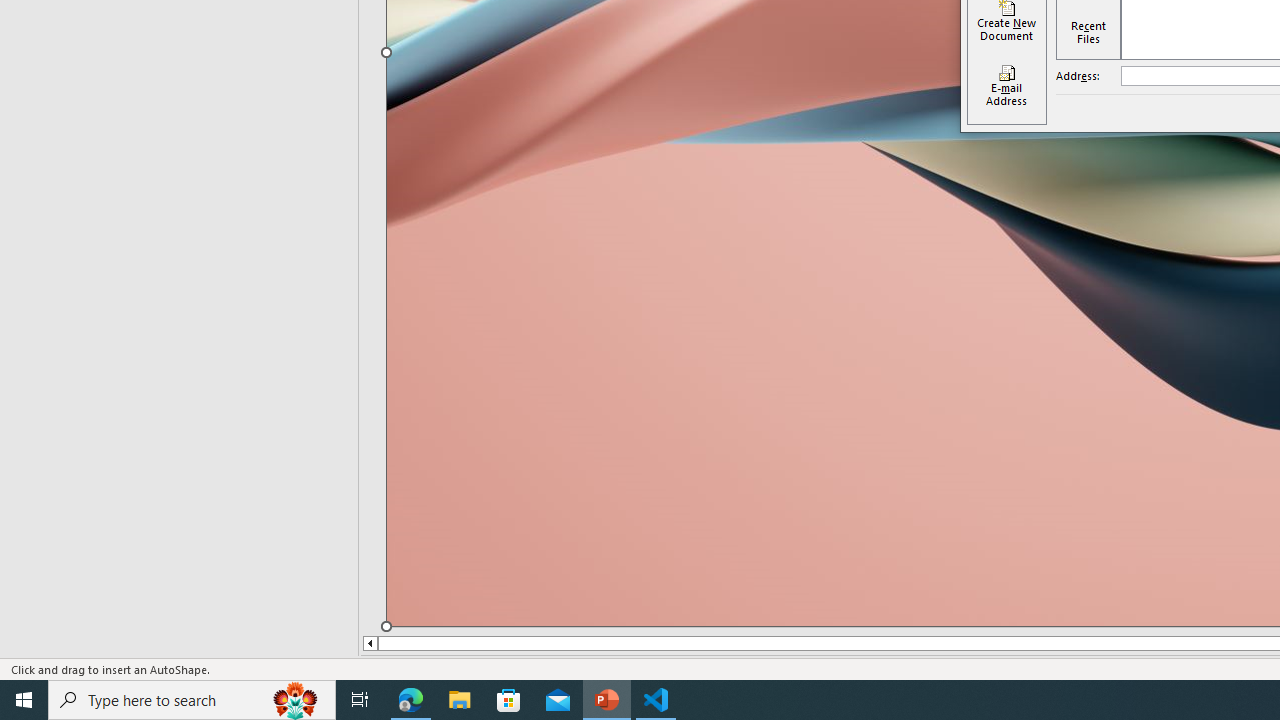 This screenshot has width=1280, height=720. What do you see at coordinates (1087, 32) in the screenshot?
I see `'Recent Files'` at bounding box center [1087, 32].